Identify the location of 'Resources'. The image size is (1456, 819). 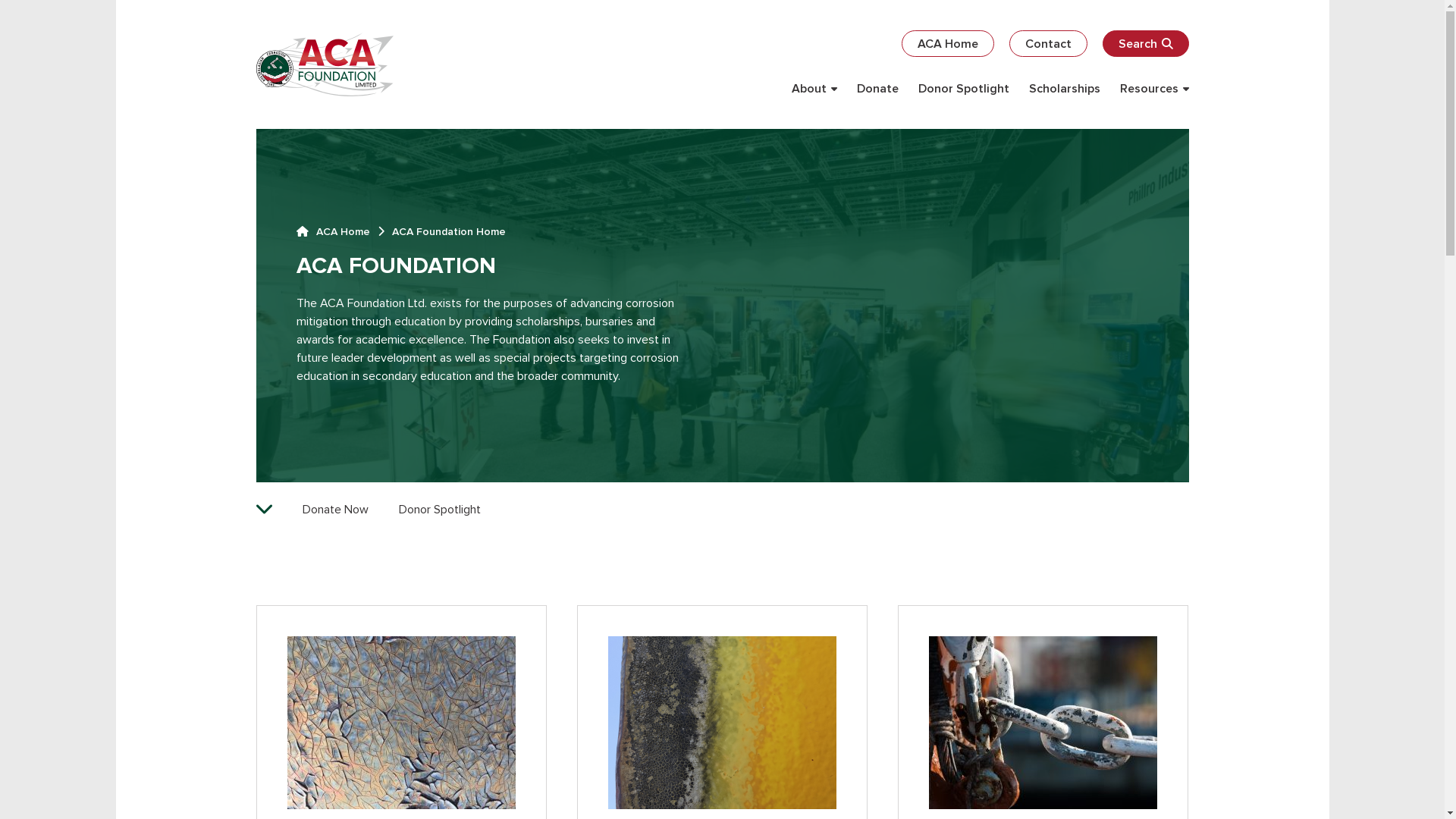
(1153, 88).